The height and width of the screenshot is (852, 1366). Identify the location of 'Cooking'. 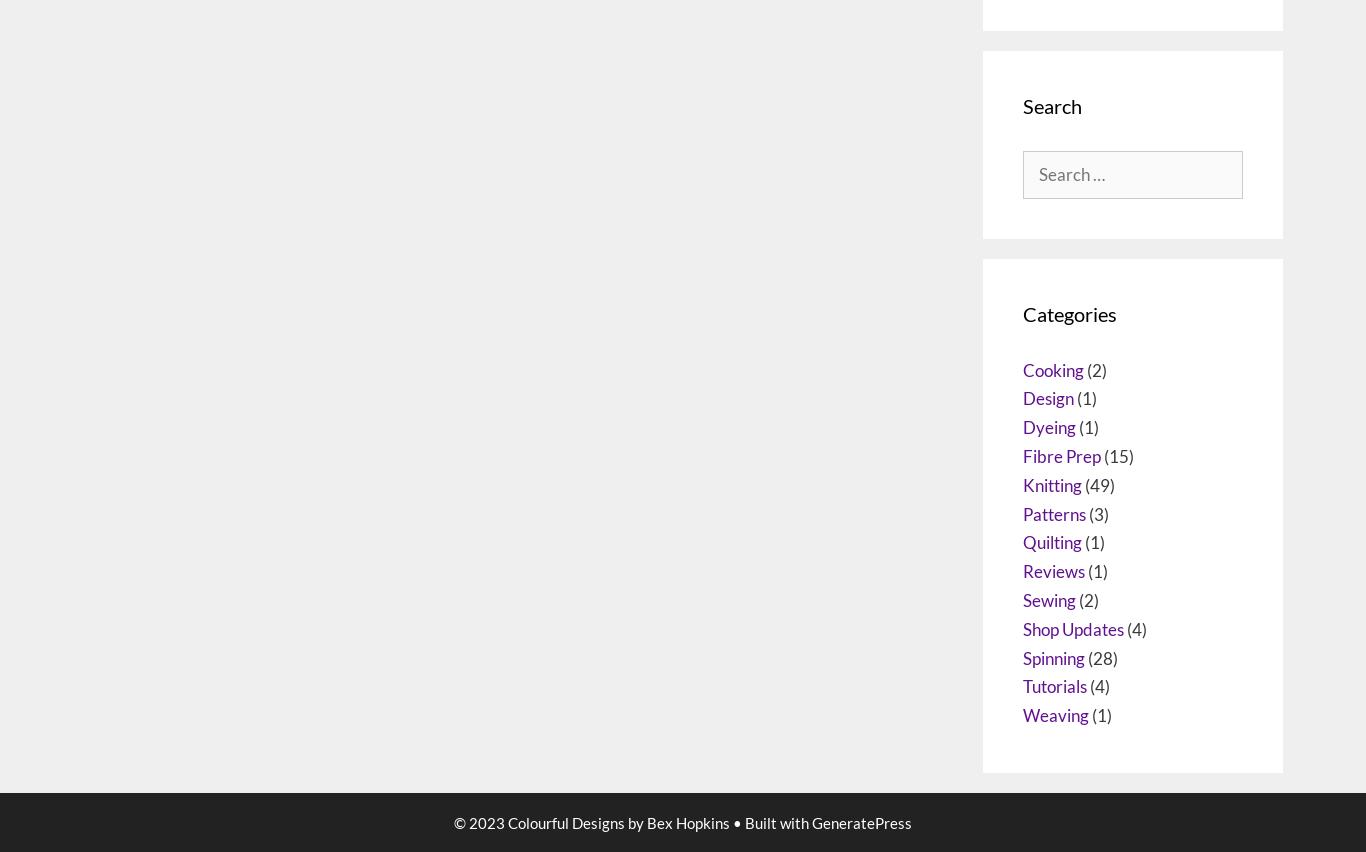
(1052, 518).